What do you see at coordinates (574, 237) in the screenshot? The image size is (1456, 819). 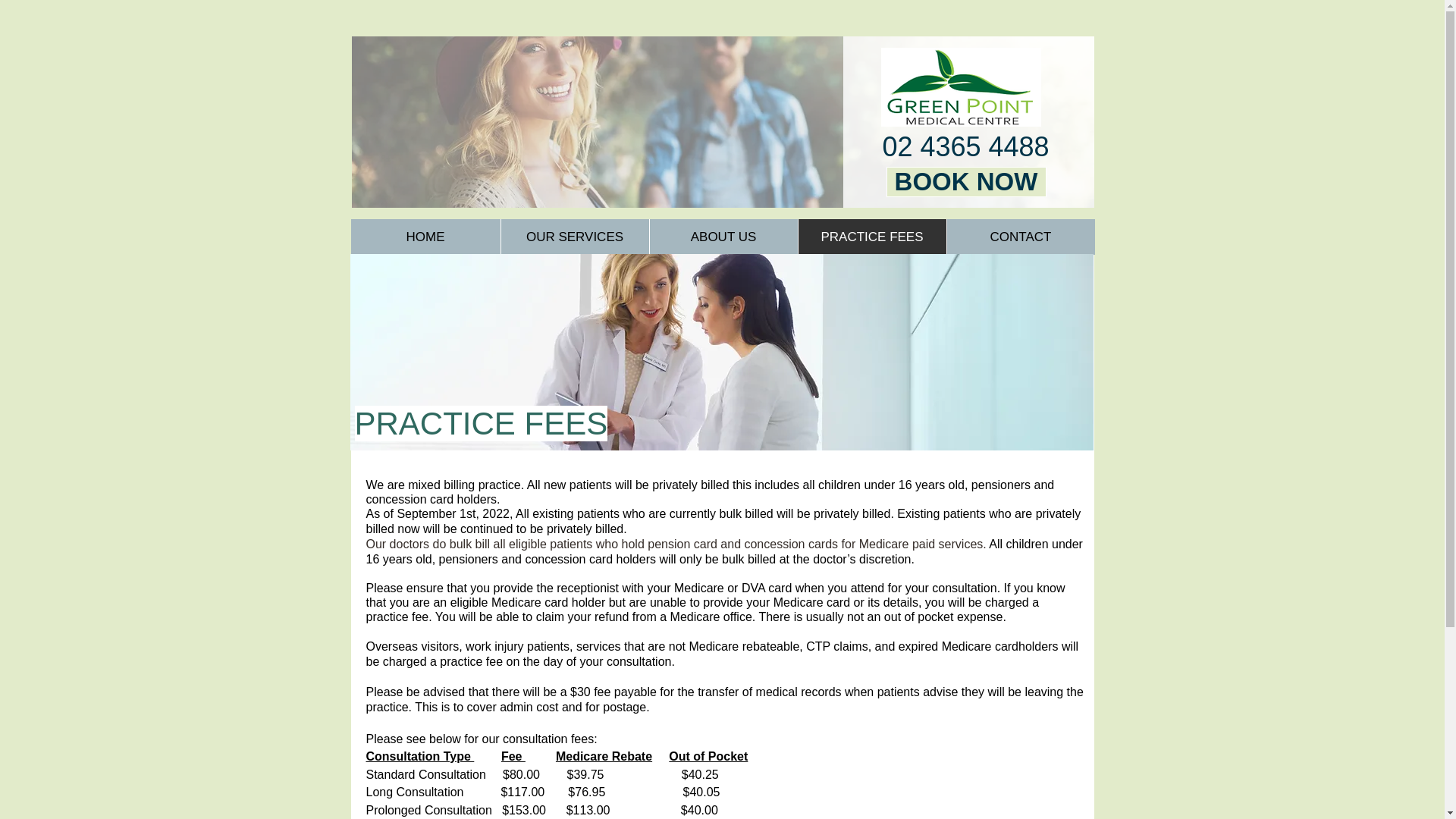 I see `'OUR SERVICES'` at bounding box center [574, 237].